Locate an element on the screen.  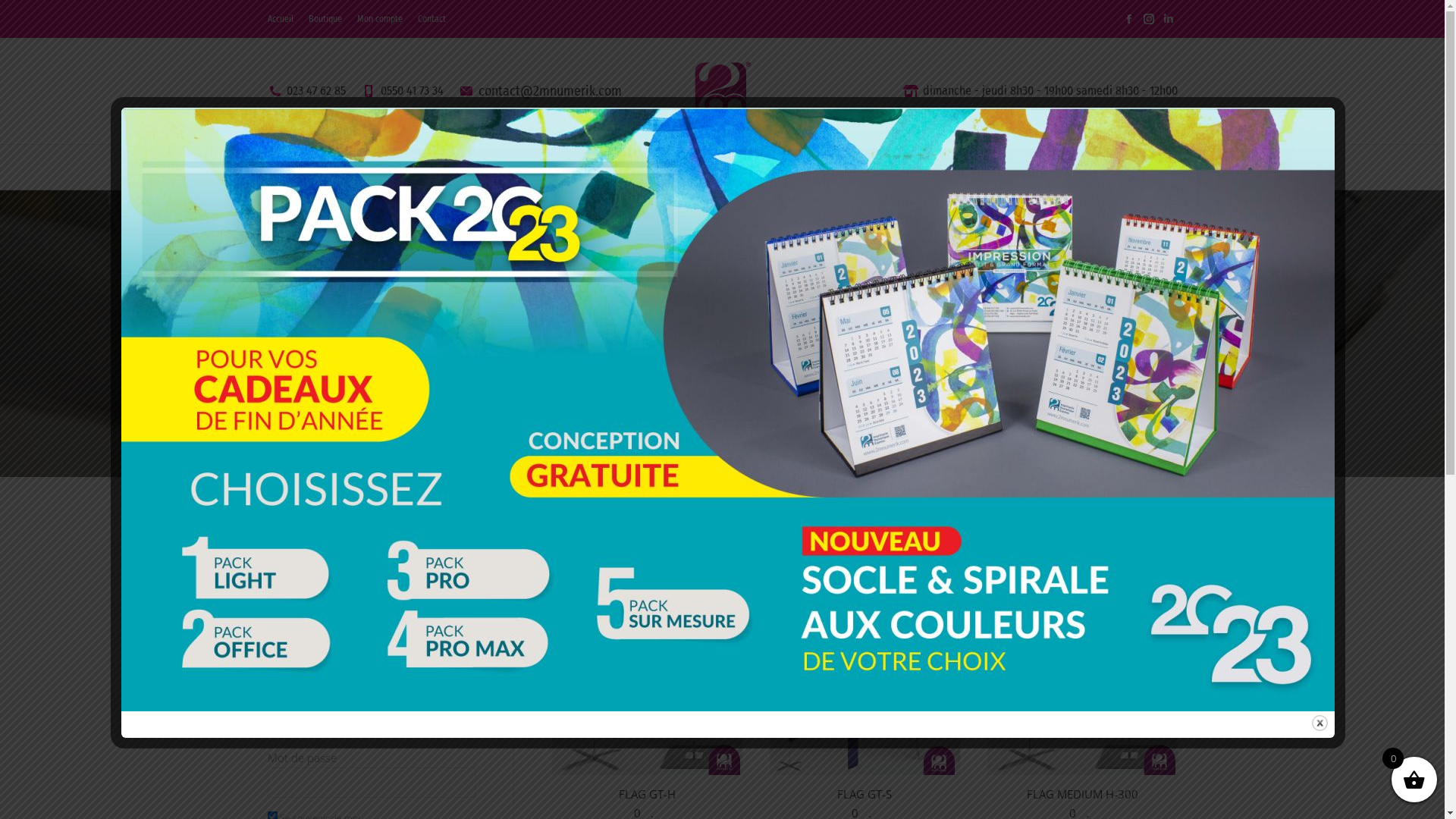
'LinkedIn page opens in new window' is located at coordinates (1157, 18).